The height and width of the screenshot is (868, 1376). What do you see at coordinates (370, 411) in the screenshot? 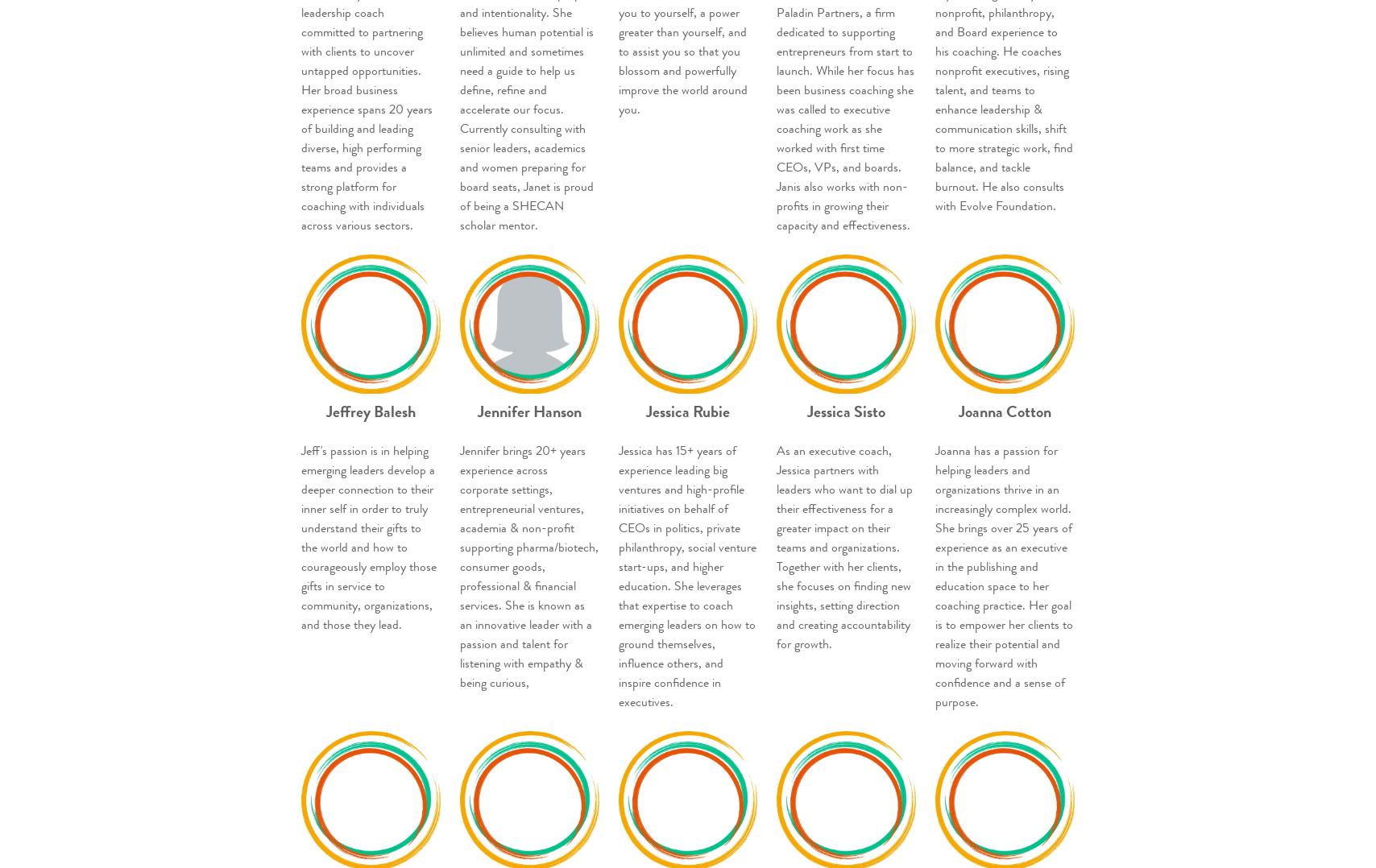
I see `'Jeffrey Balesh'` at bounding box center [370, 411].